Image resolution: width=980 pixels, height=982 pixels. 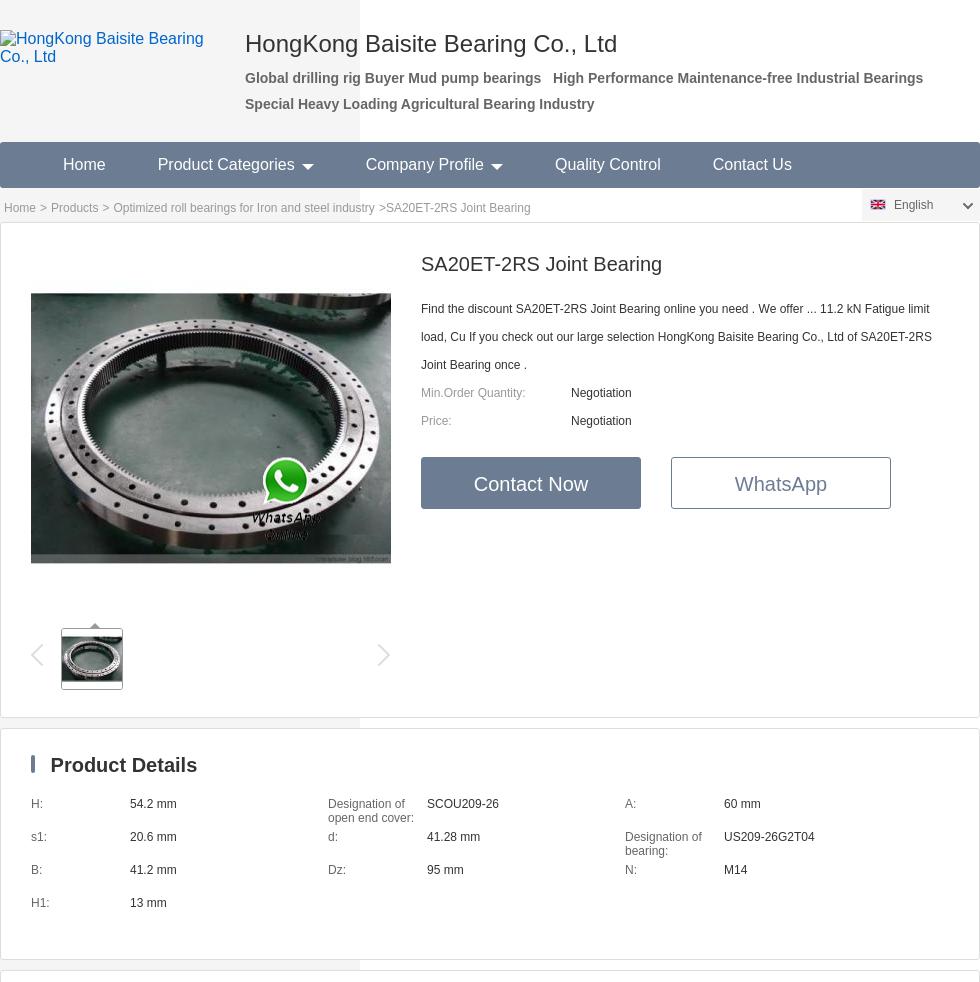 I want to click on 'WhatsApp', so click(x=780, y=484).